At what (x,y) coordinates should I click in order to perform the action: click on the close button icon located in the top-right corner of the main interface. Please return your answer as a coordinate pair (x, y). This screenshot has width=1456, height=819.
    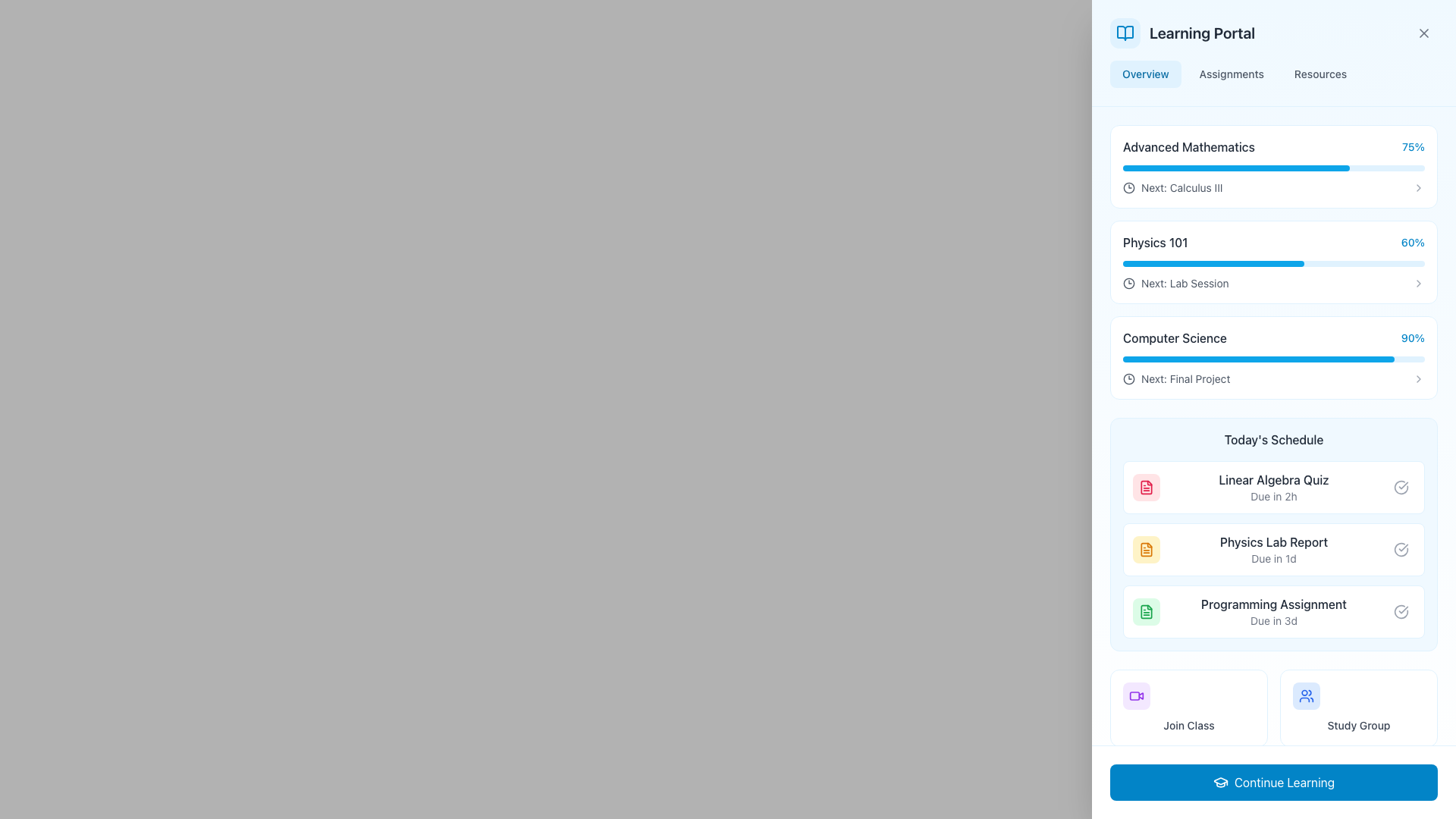
    Looking at the image, I should click on (1423, 33).